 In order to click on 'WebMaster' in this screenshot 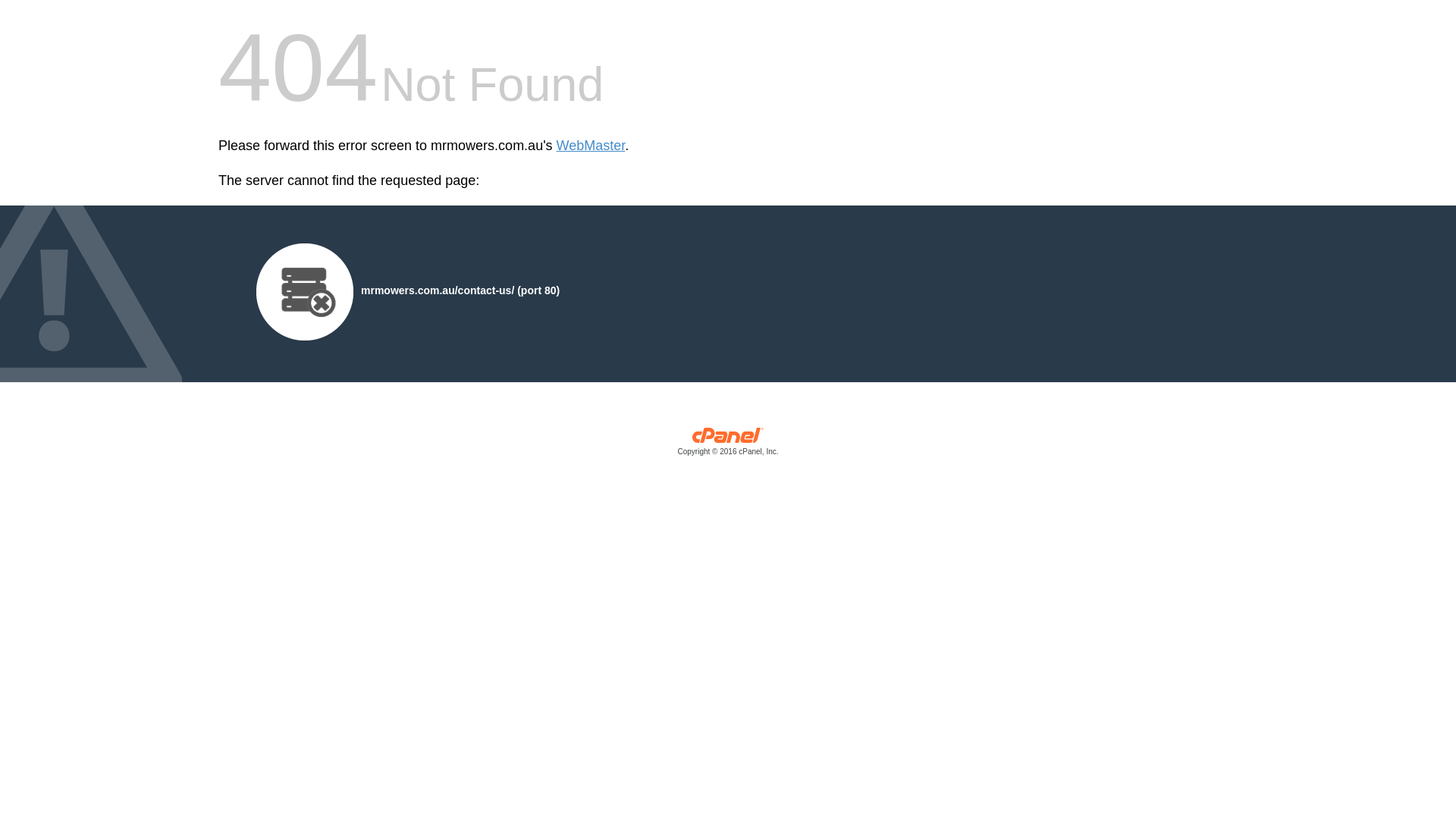, I will do `click(590, 146)`.